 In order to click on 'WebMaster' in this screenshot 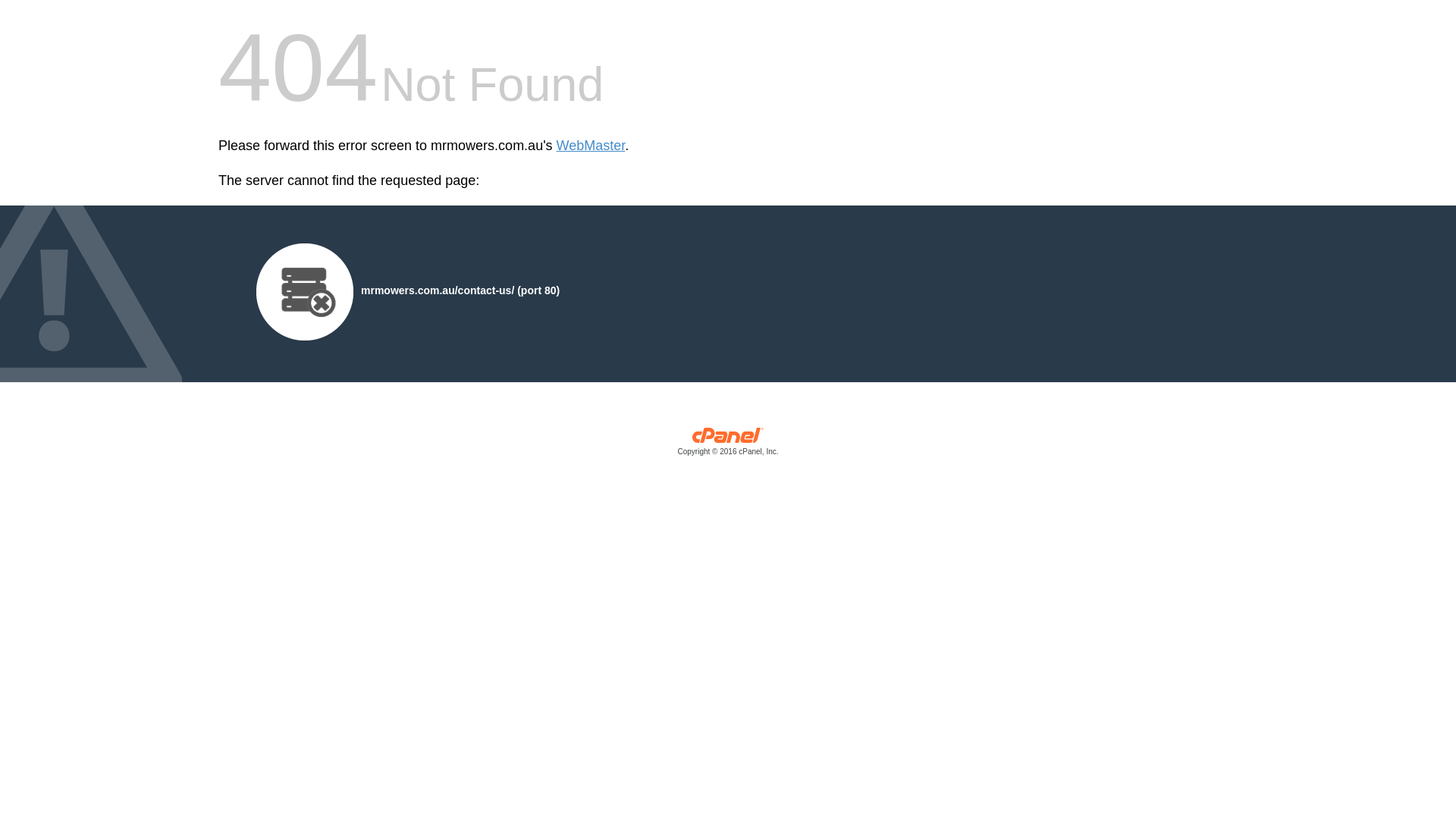, I will do `click(590, 146)`.